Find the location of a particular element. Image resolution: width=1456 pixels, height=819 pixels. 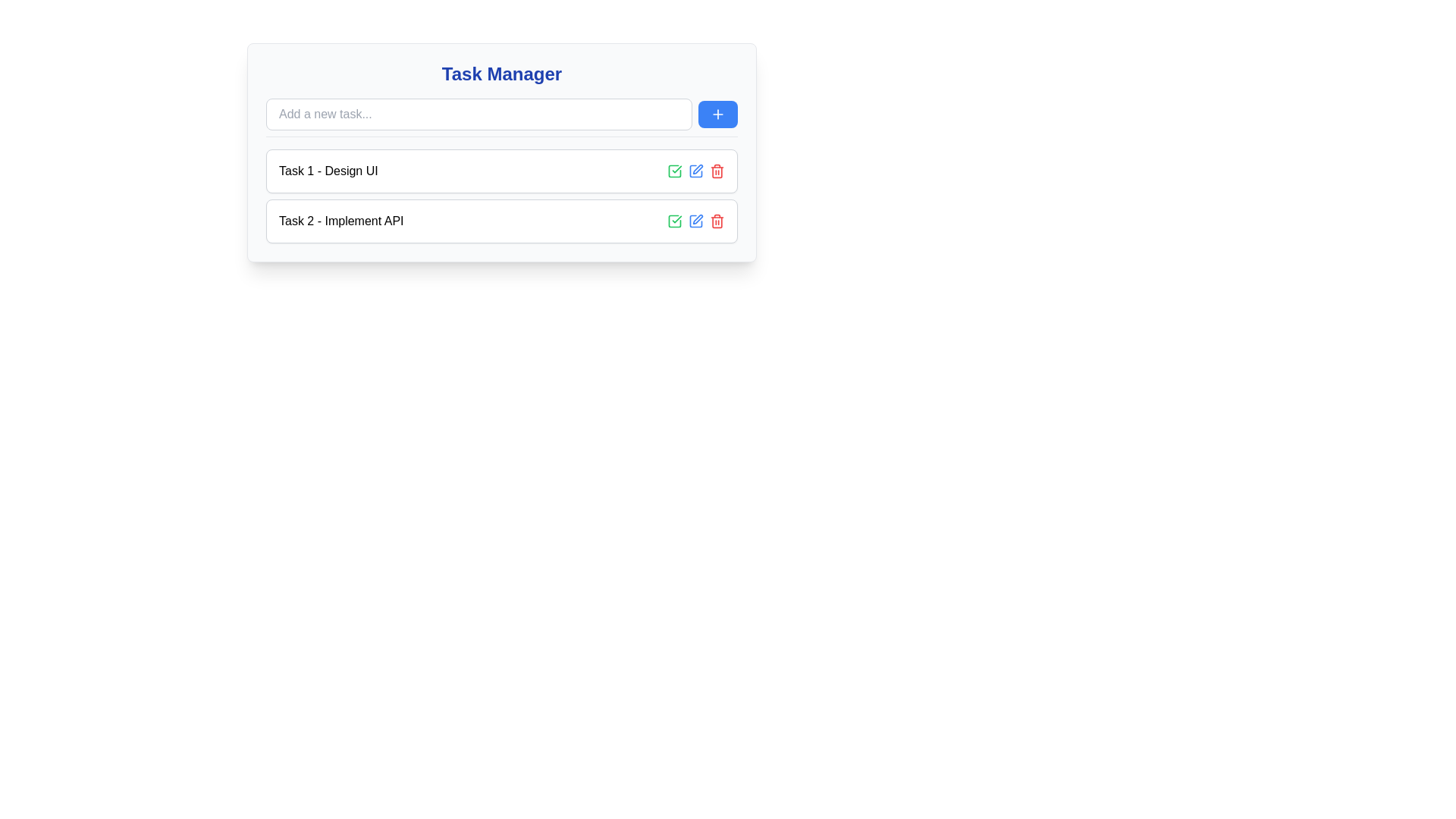

the green checkmark icon button in the task management UI is located at coordinates (673, 221).